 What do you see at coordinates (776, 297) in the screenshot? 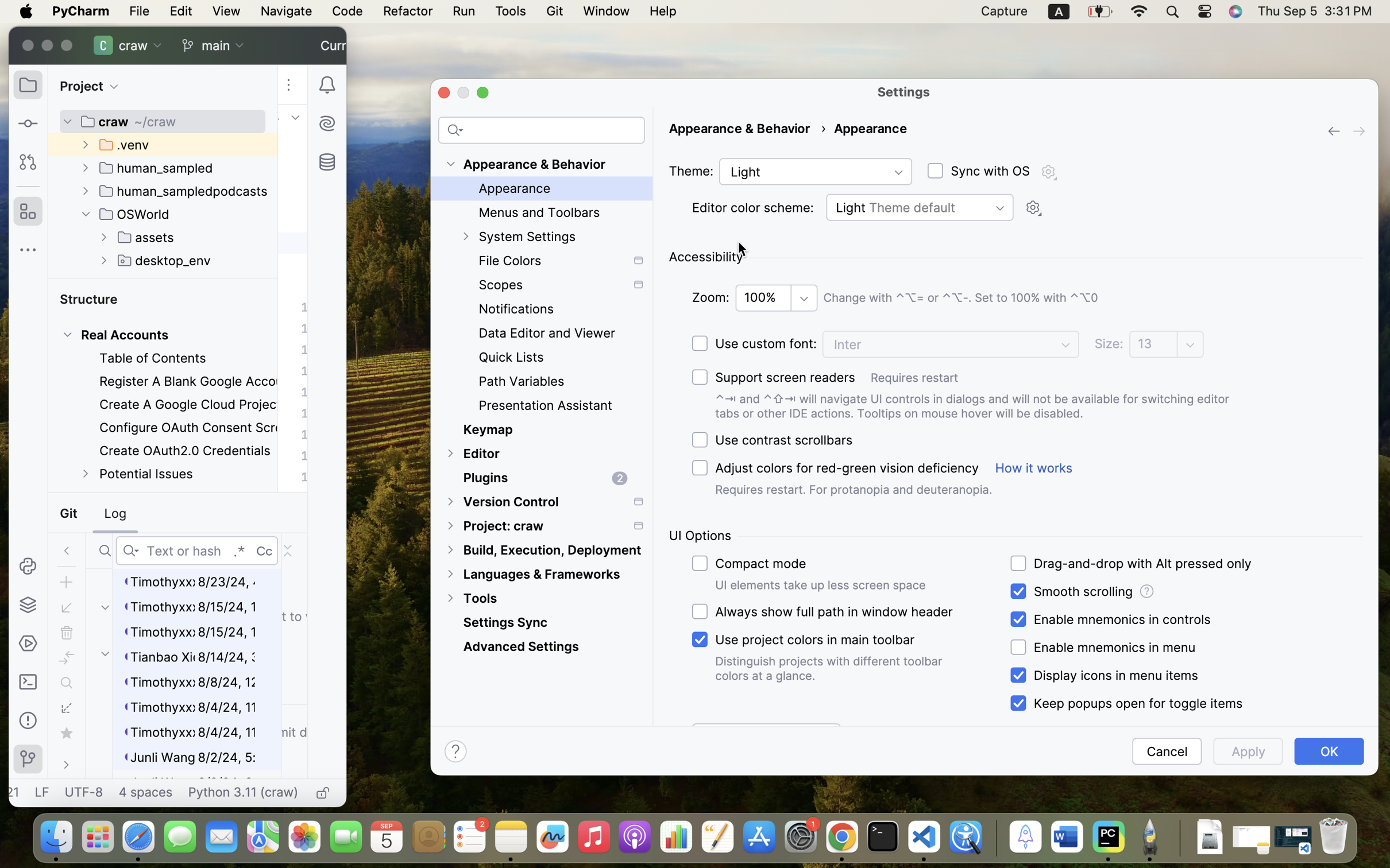
I see `'100%'` at bounding box center [776, 297].